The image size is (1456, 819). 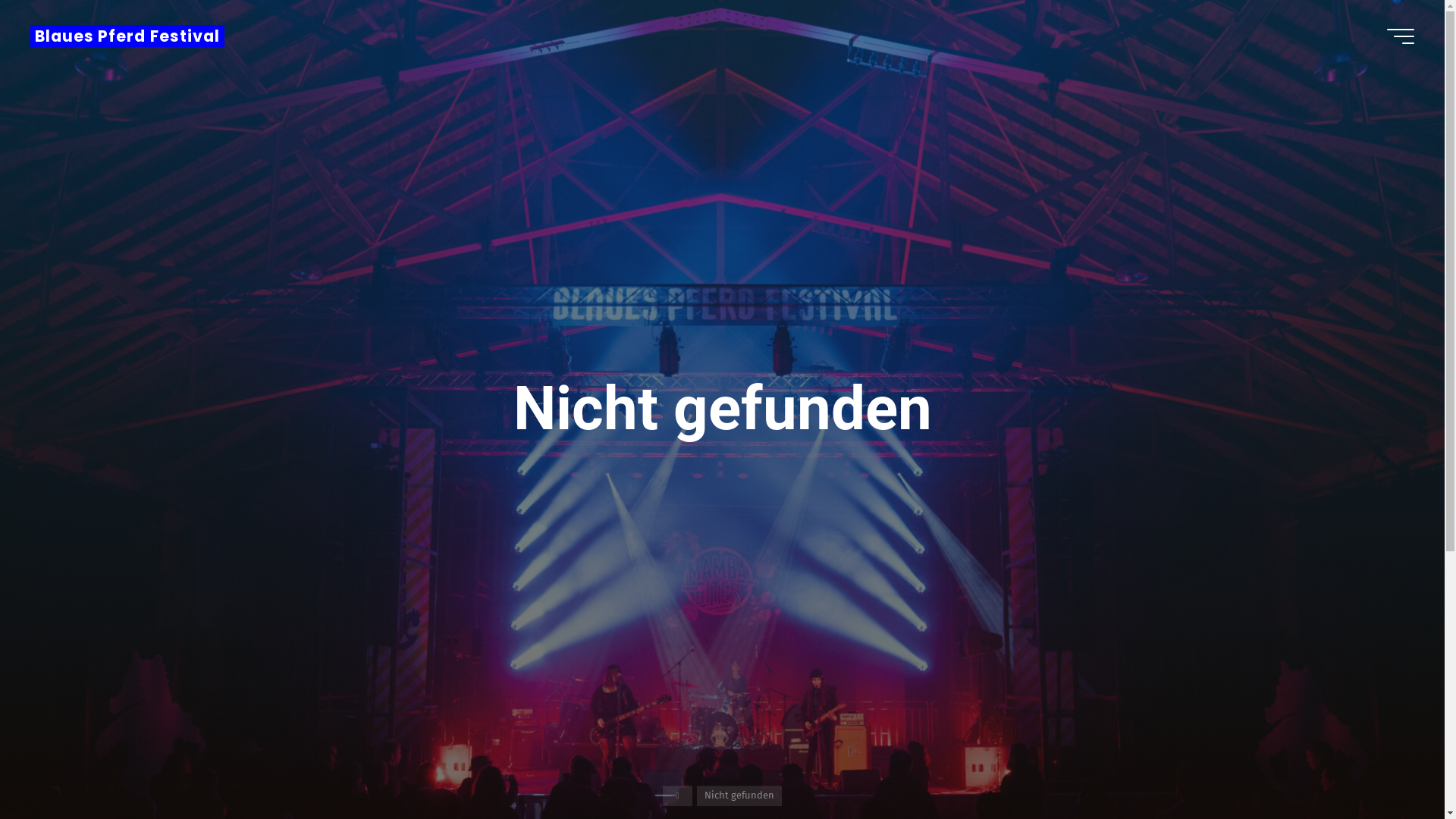 I want to click on 'Startseite', so click(x=676, y=795).